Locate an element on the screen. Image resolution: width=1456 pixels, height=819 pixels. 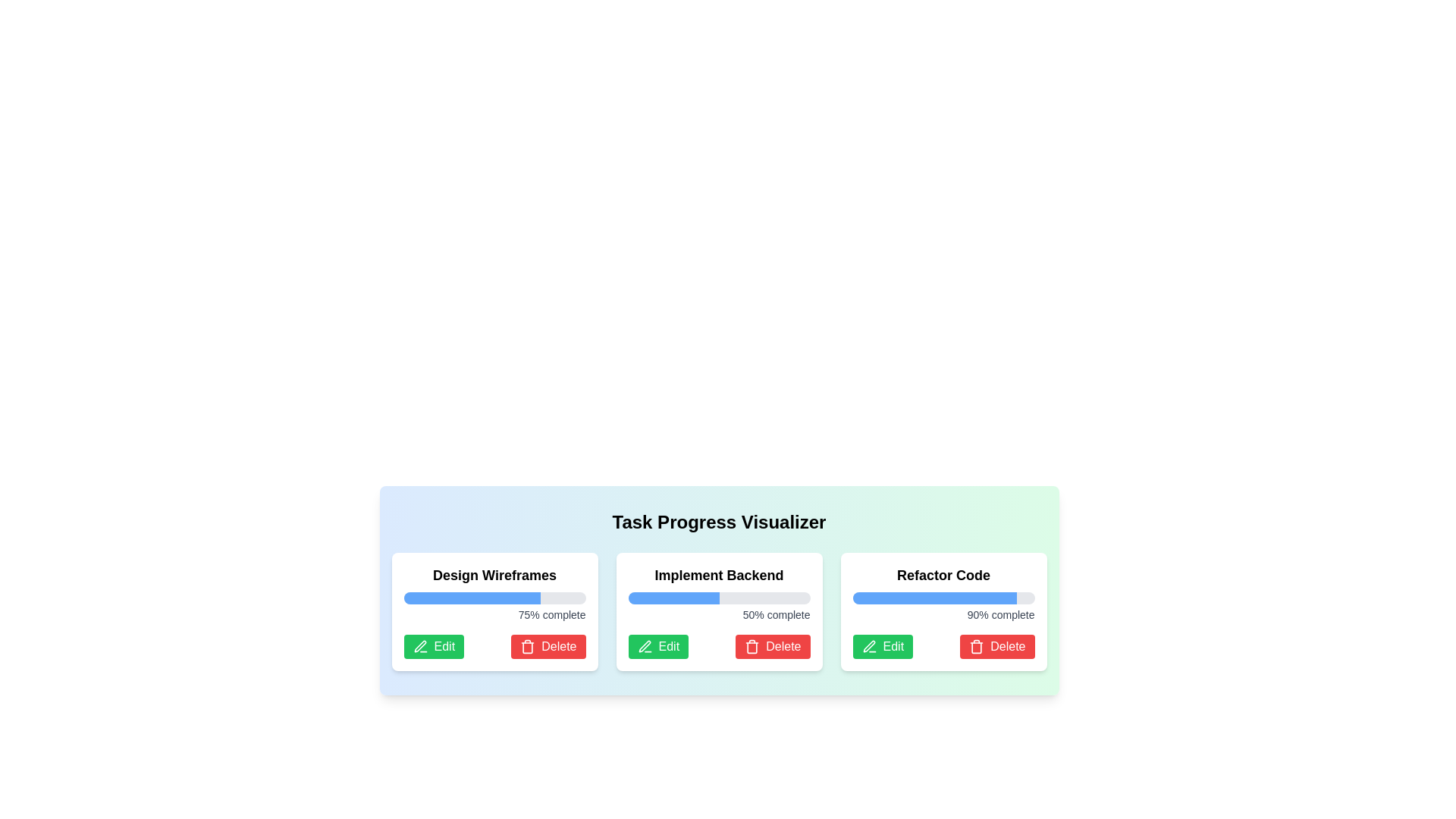
the Progress Bar that visually indicates 75% completion, located beneath the 'Design Wireframes' text and above the '75% complete' text is located at coordinates (494, 598).